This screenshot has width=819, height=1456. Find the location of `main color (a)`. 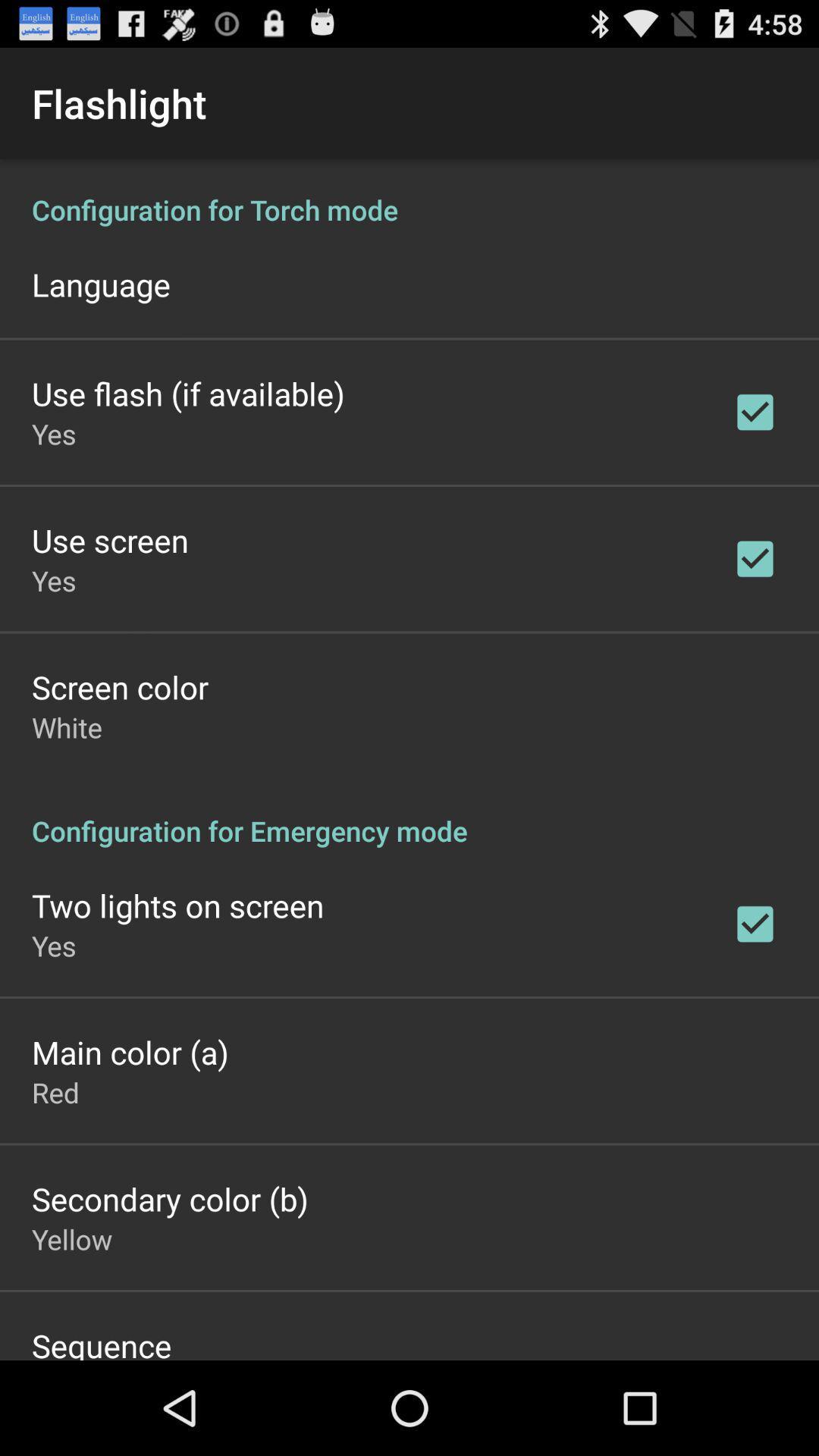

main color (a) is located at coordinates (129, 1051).